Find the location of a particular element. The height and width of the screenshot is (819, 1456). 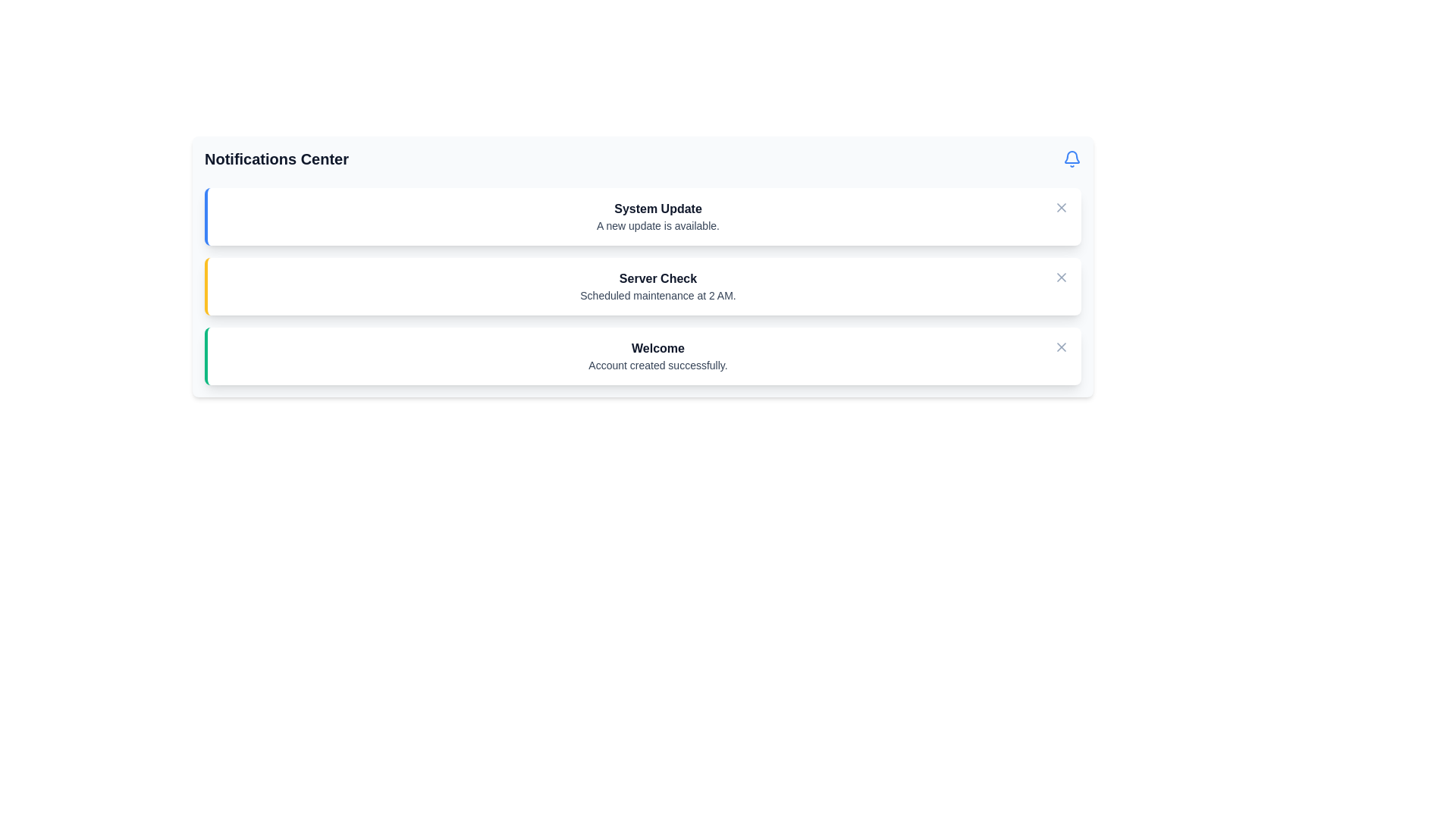

the bold-styled text labeled 'System Update' in dark slate color, located at the top of the notification list is located at coordinates (658, 209).